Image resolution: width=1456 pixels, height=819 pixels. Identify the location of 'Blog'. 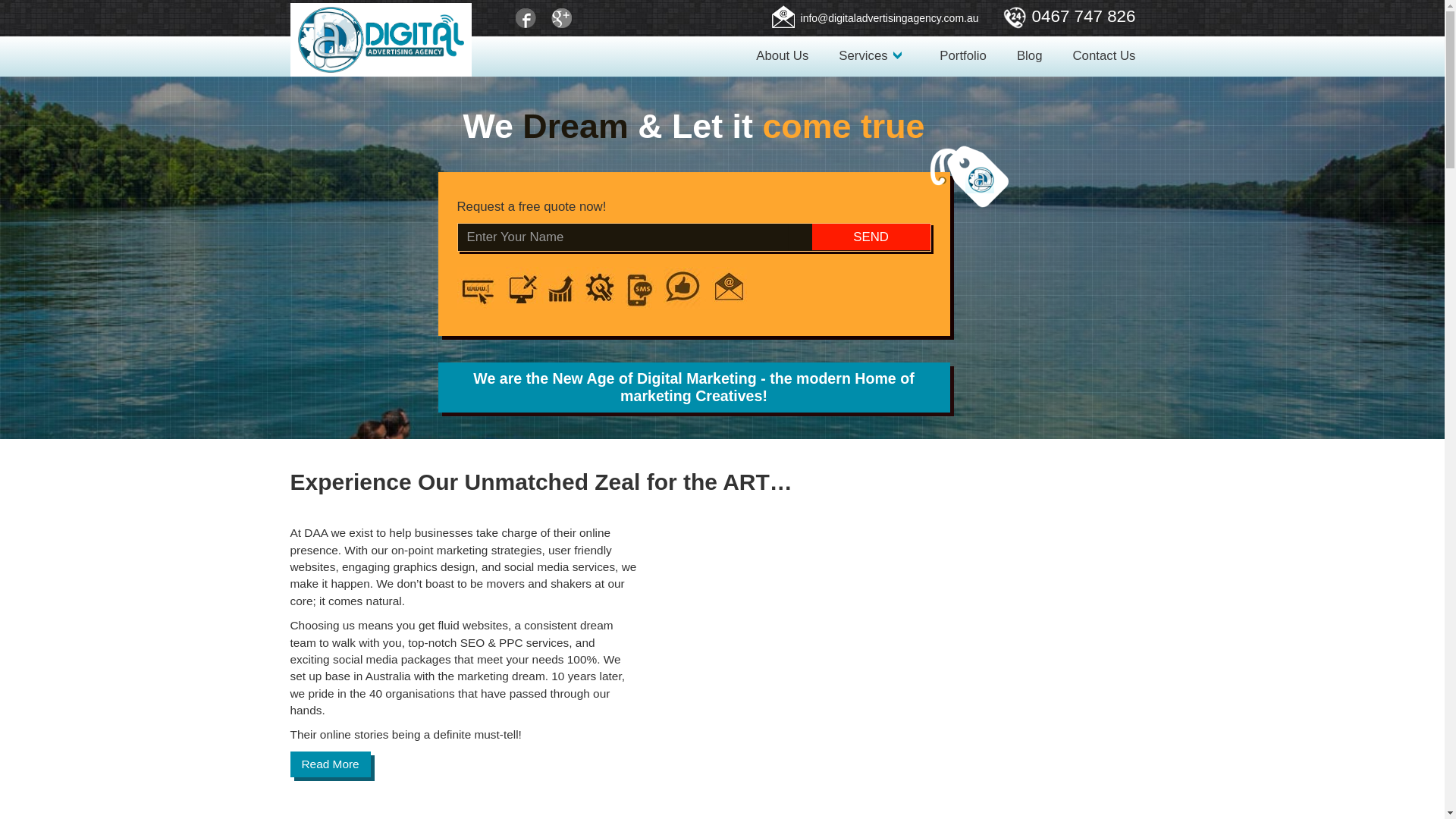
(1030, 55).